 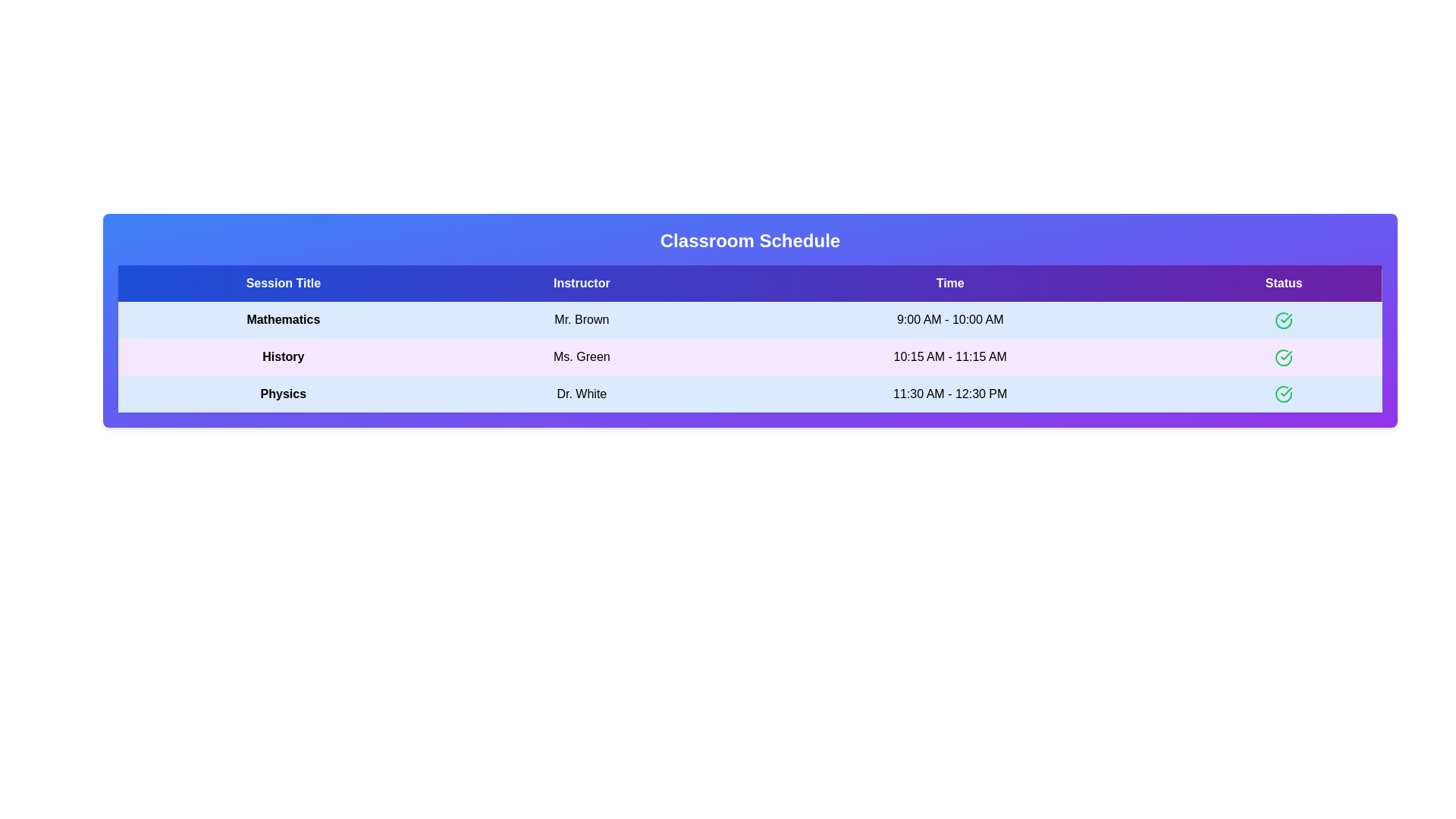 What do you see at coordinates (283, 318) in the screenshot?
I see `the text element Mathematics to select or copy its content` at bounding box center [283, 318].